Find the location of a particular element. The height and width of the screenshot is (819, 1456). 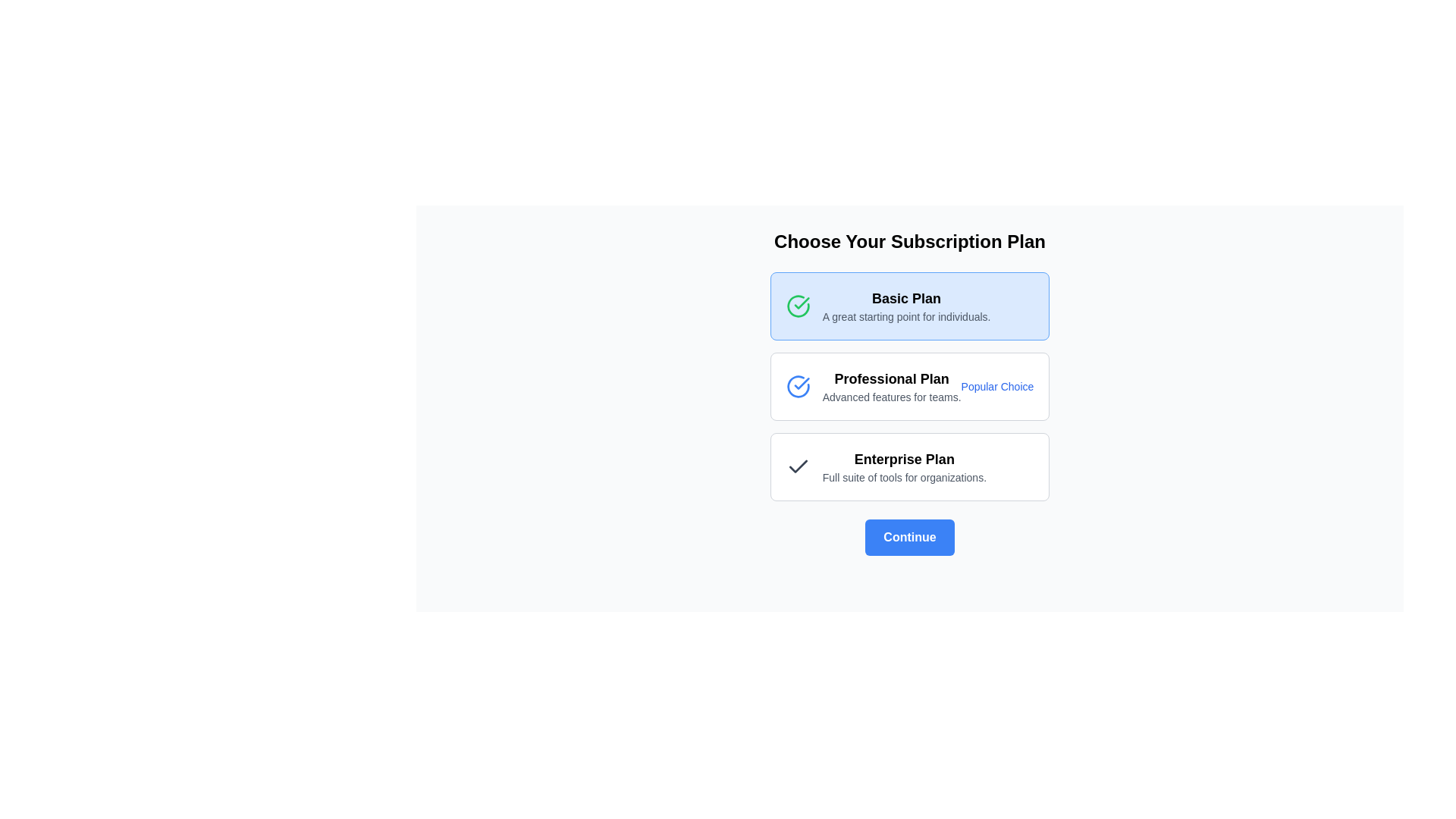

text from the bold heading that says 'Choose Your Subscription Plan', which is centrally aligned at the top of the subscription selection interface is located at coordinates (910, 241).